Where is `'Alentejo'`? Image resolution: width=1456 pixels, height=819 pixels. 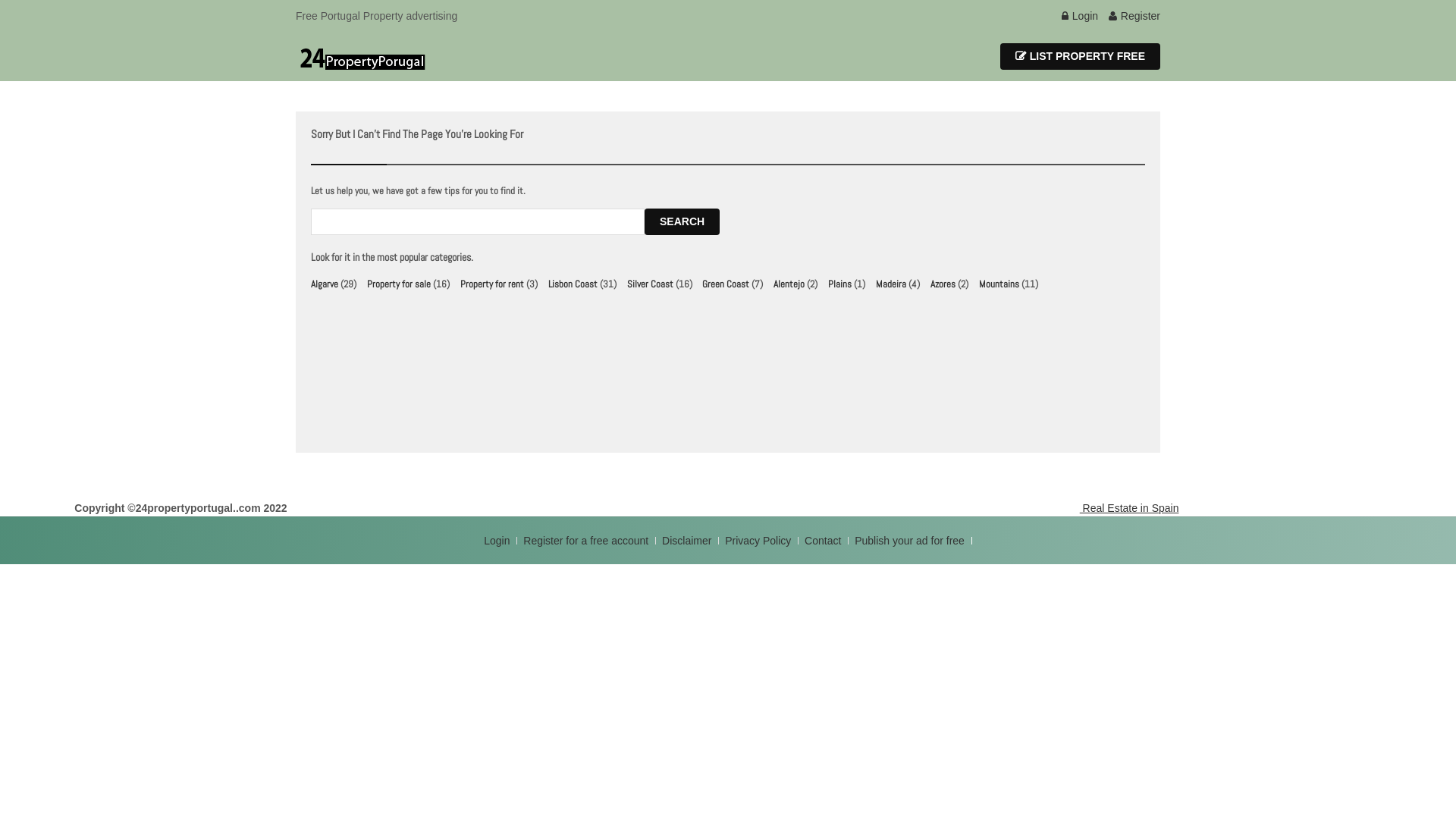 'Alentejo' is located at coordinates (789, 284).